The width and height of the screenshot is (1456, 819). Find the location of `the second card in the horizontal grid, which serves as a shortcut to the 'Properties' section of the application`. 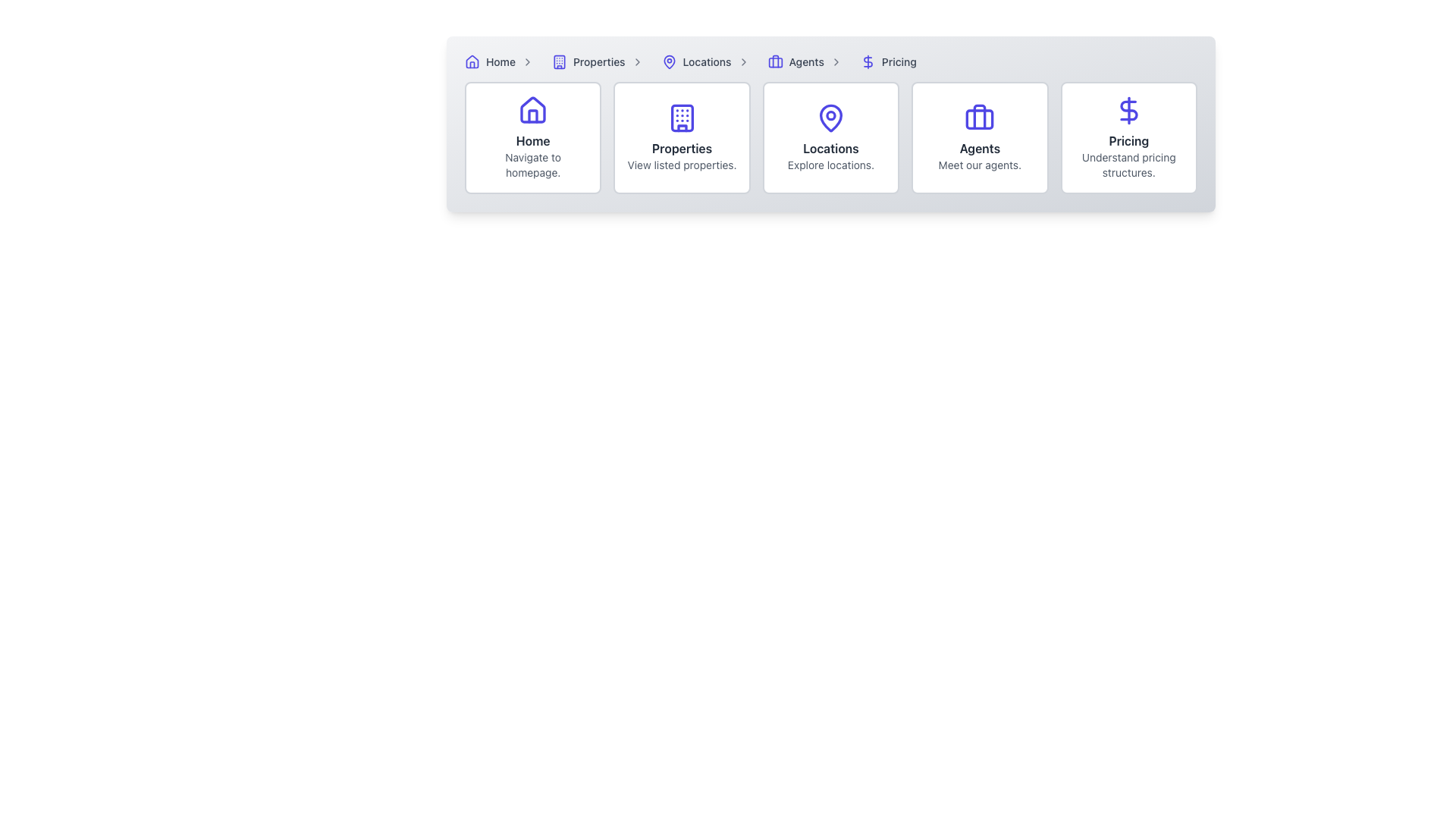

the second card in the horizontal grid, which serves as a shortcut to the 'Properties' section of the application is located at coordinates (681, 137).